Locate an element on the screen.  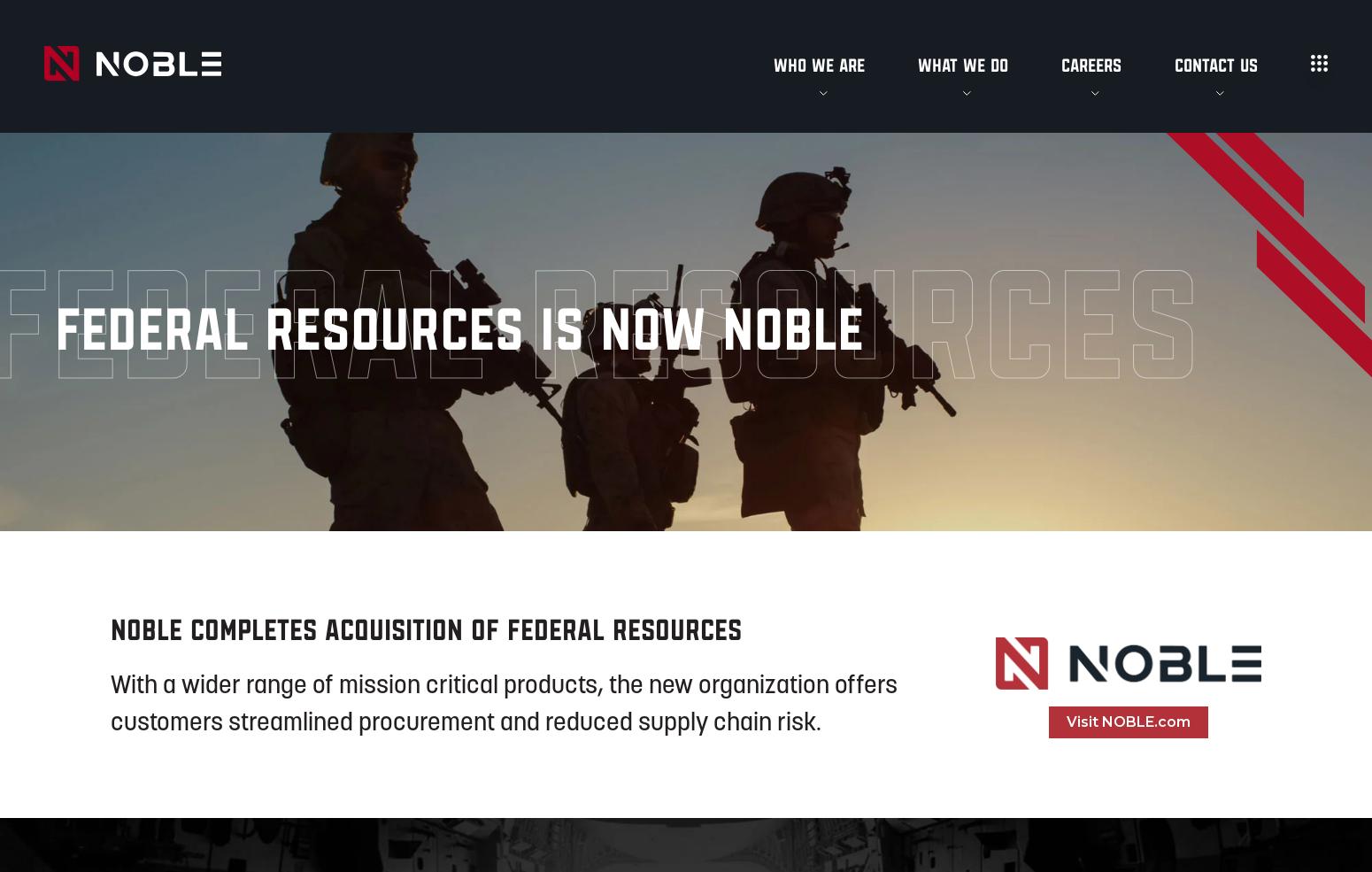
'What We Do' is located at coordinates (961, 64).